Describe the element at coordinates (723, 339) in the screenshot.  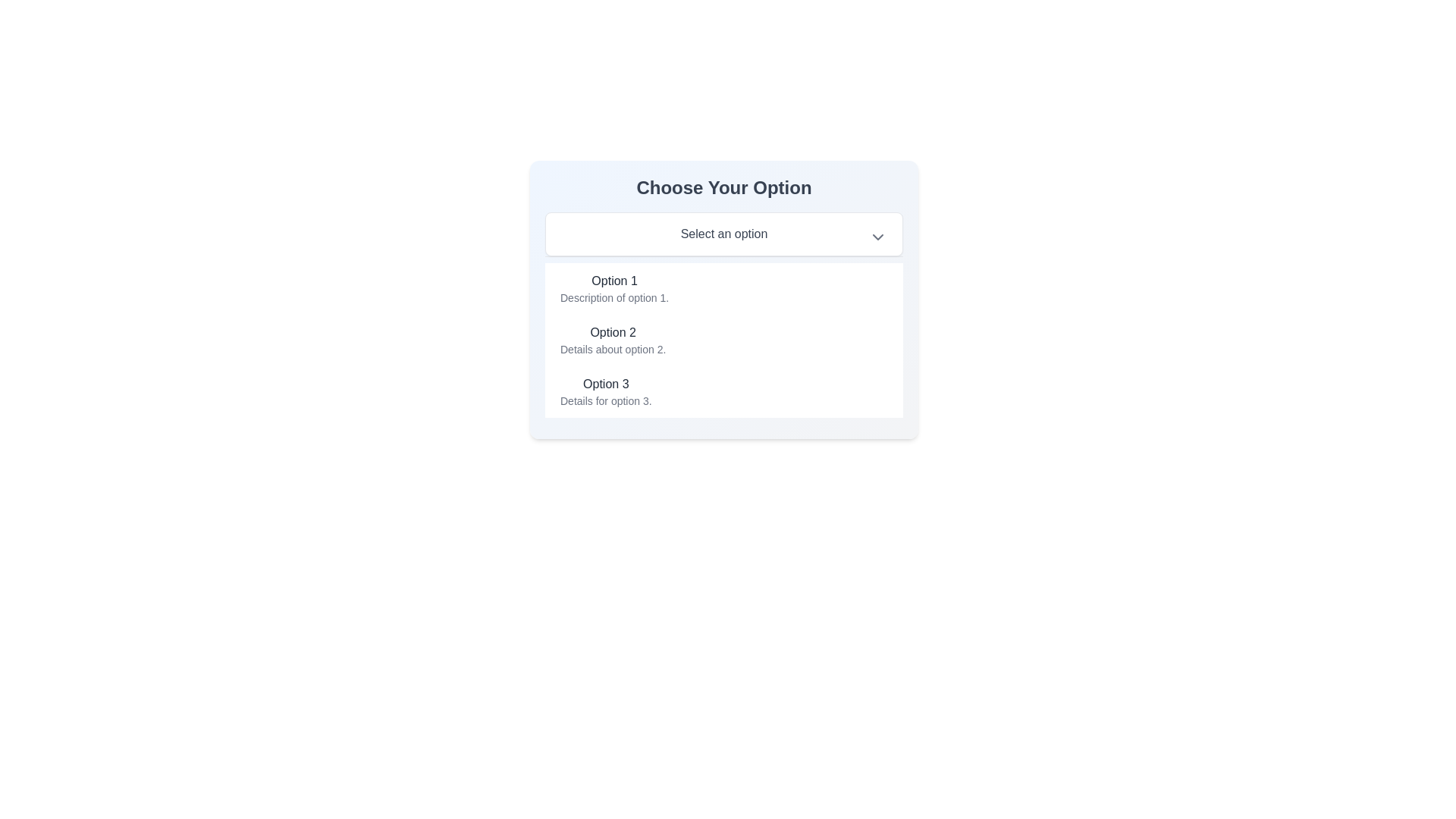
I see `the selectable list item that displays 'Option 2' with subtext 'Details about option 2.'` at that location.